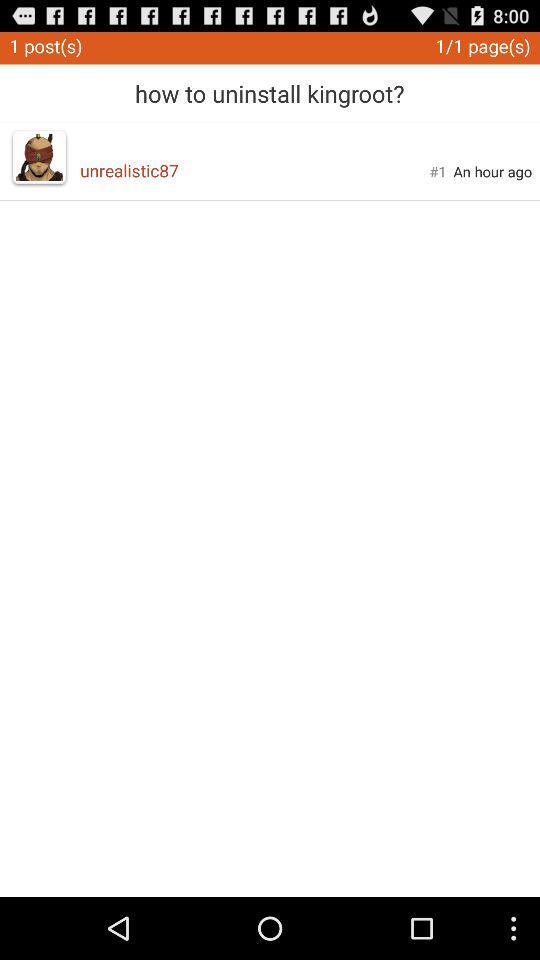 This screenshot has height=960, width=540. What do you see at coordinates (491, 170) in the screenshot?
I see `item below 1 1 page app` at bounding box center [491, 170].